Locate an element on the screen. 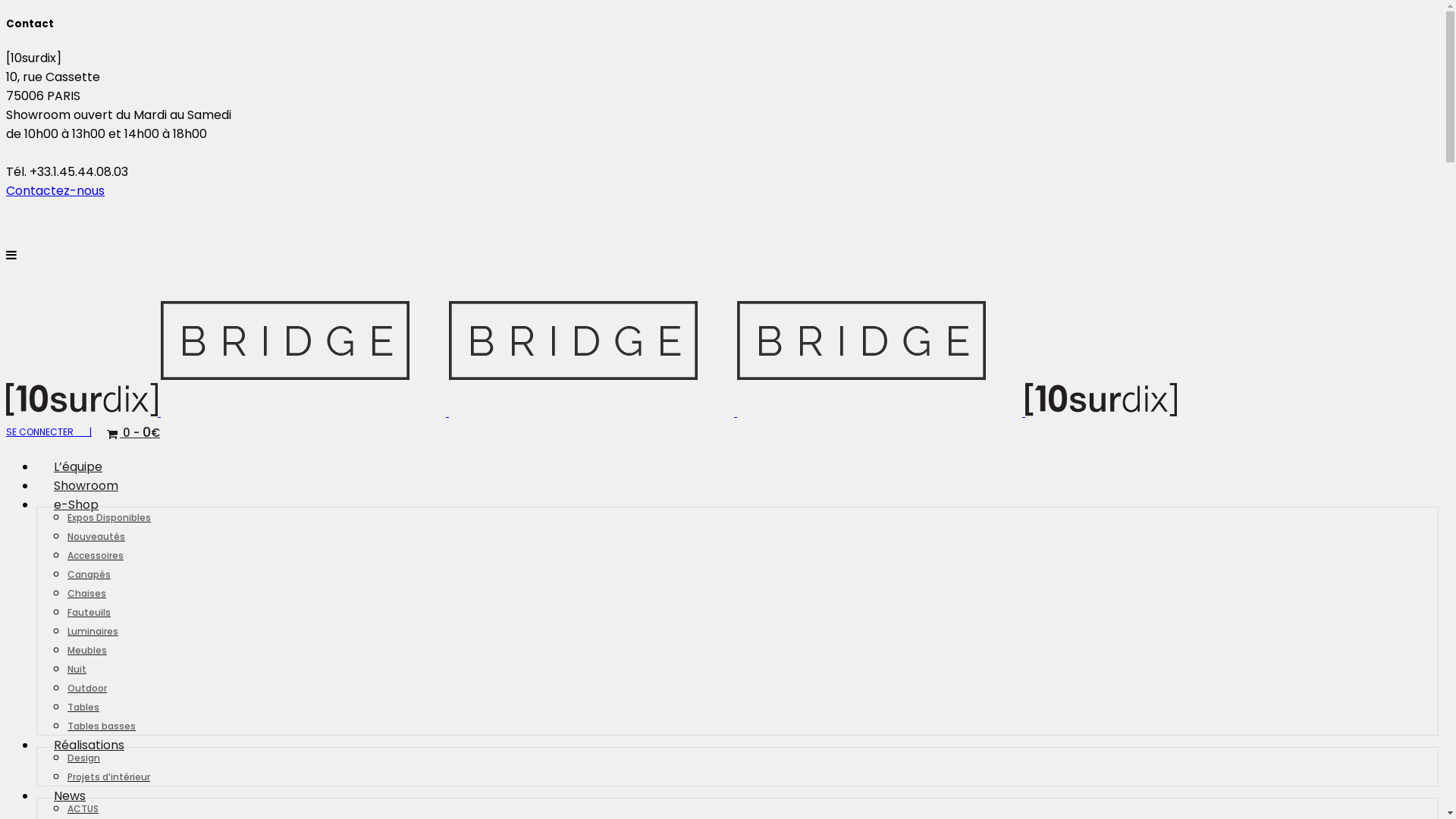 The image size is (1456, 819). 'ACTUS' is located at coordinates (82, 807).